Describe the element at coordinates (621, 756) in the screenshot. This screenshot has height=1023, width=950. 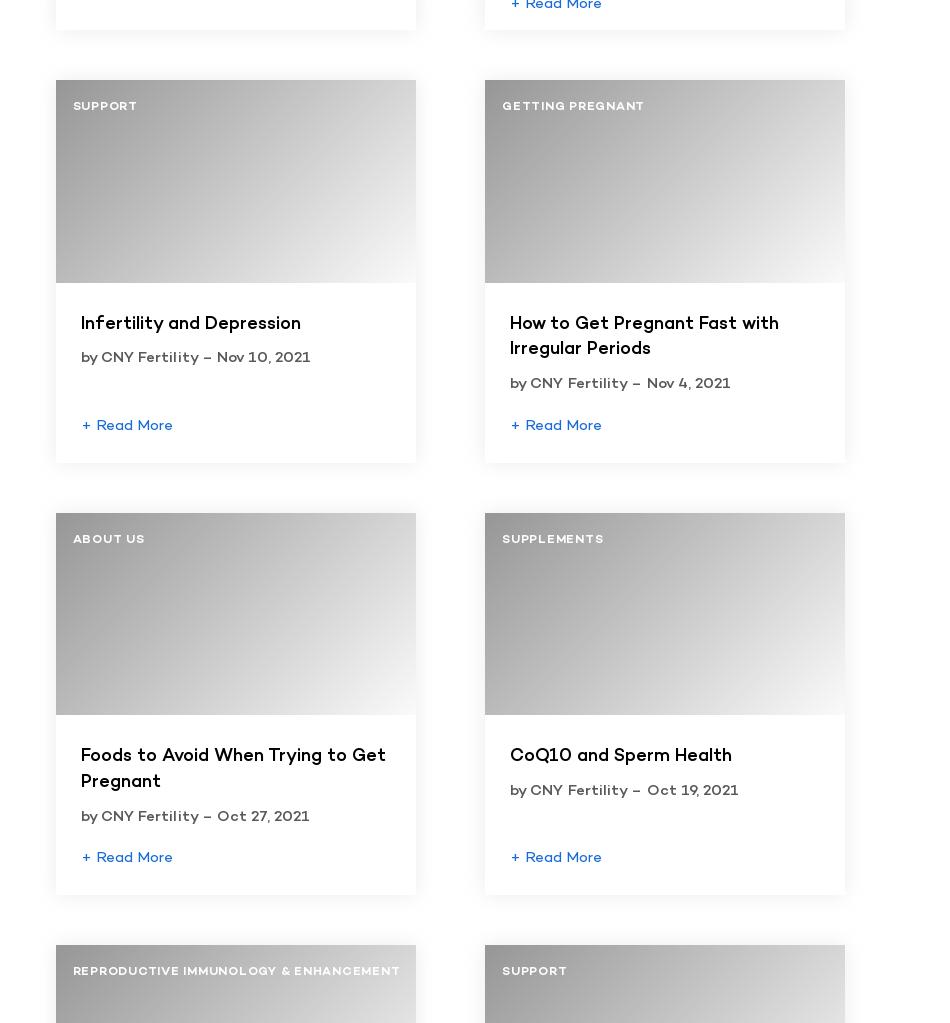
I see `'CoQ10 and Sperm Health'` at that location.